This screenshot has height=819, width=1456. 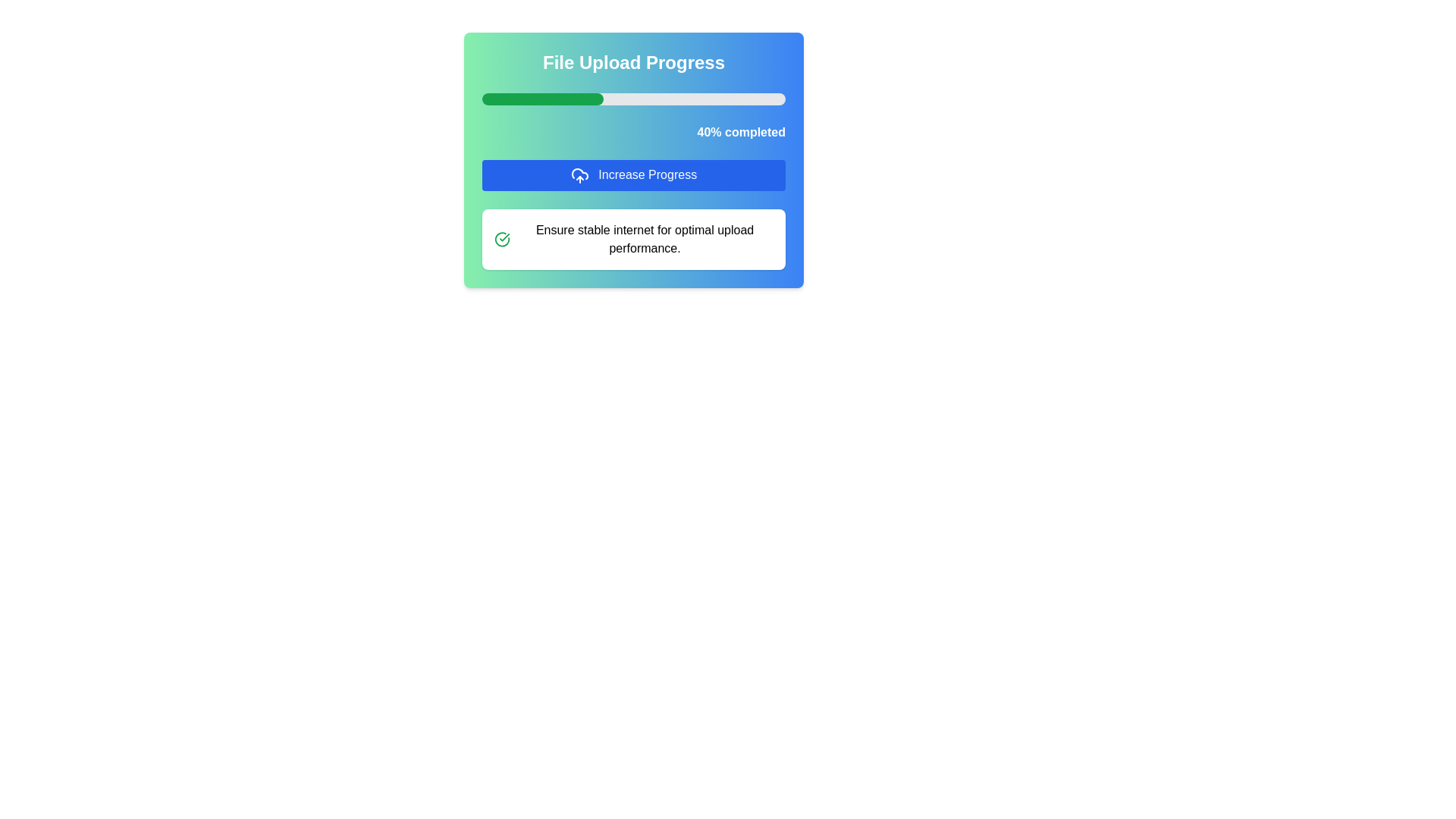 I want to click on the informational message box that contains the text 'Ensure stable internet for optimal upload performance.', so click(x=633, y=239).